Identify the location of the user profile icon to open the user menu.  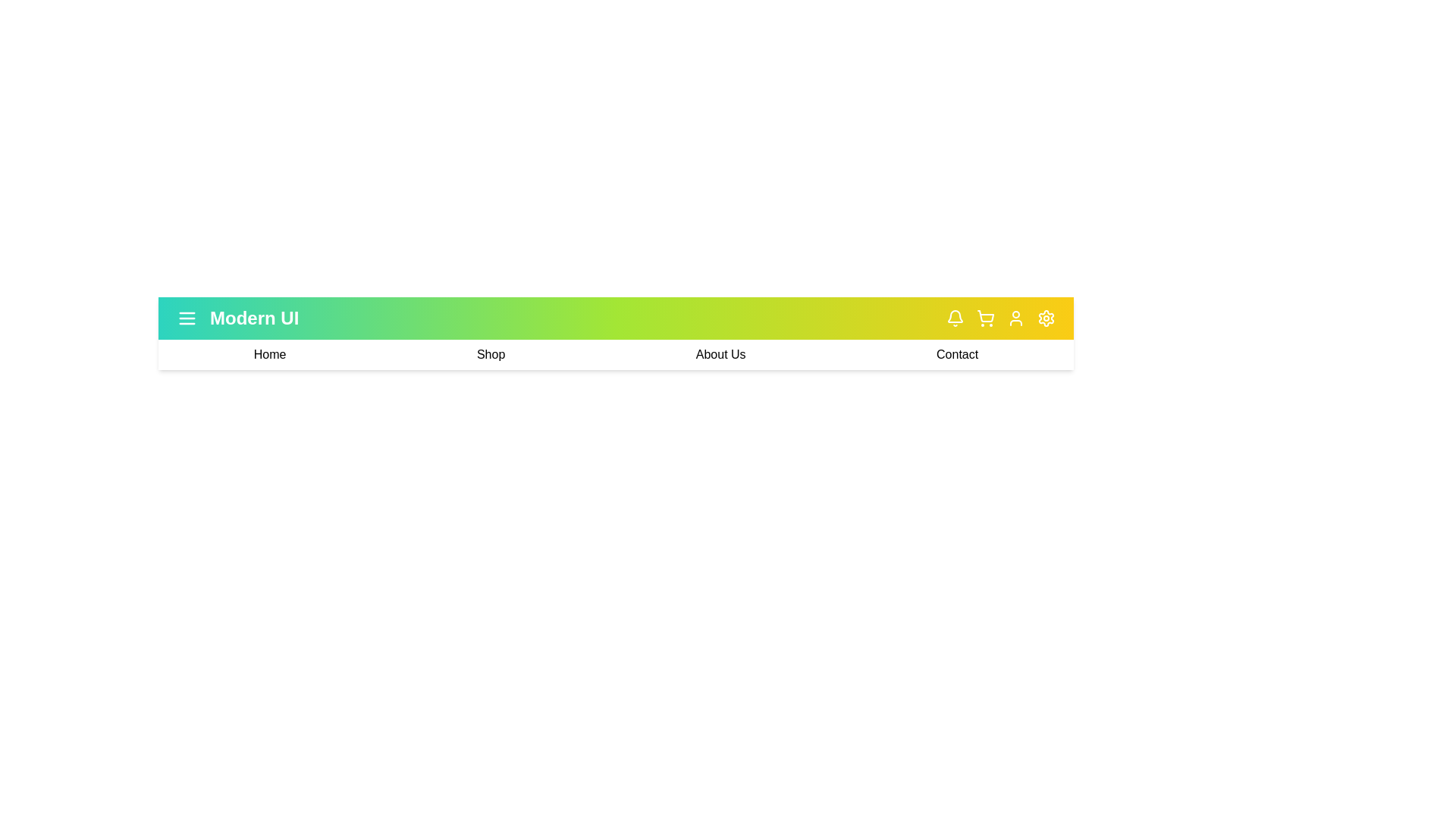
(1015, 318).